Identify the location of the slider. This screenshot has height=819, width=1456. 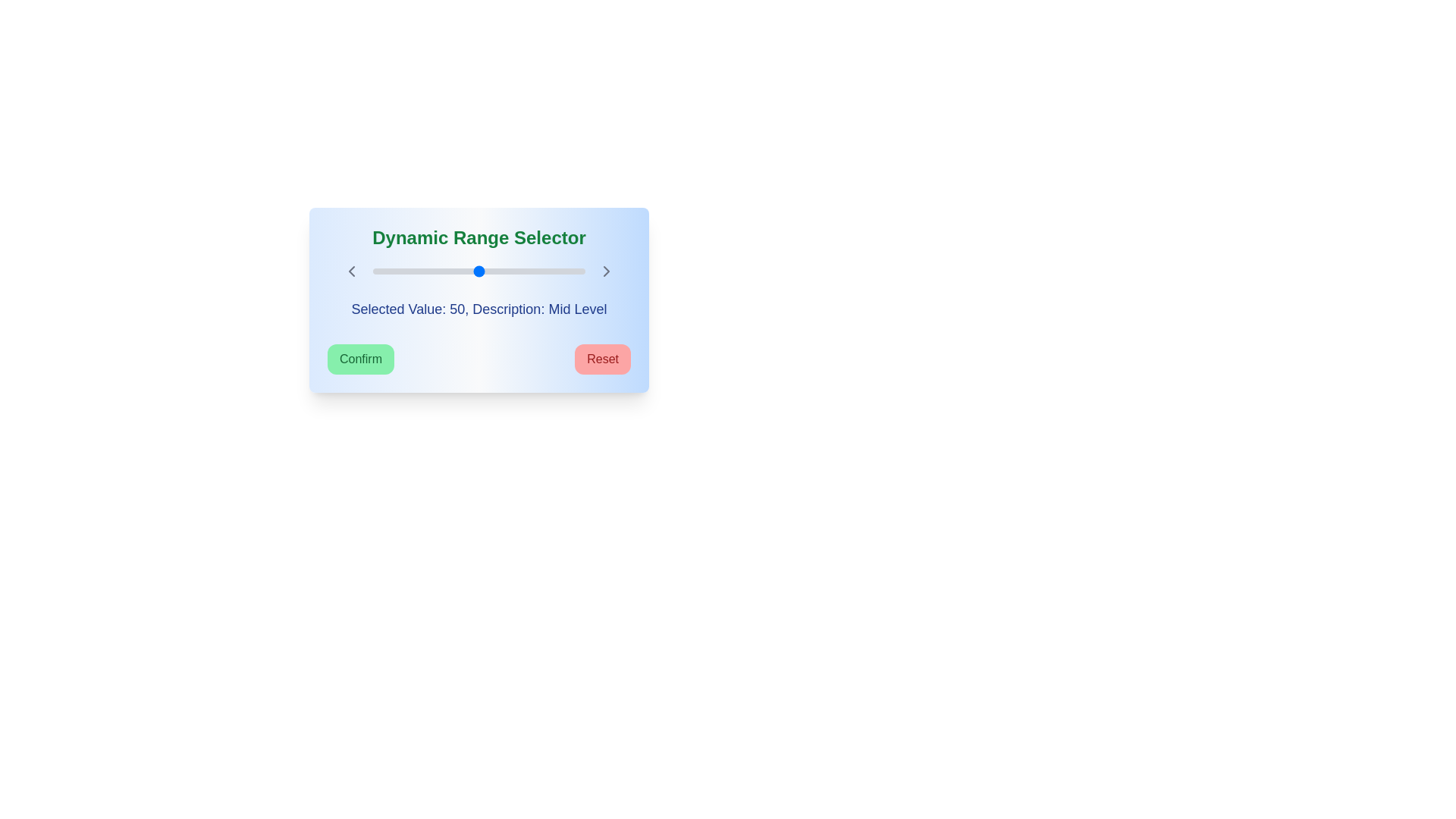
(381, 271).